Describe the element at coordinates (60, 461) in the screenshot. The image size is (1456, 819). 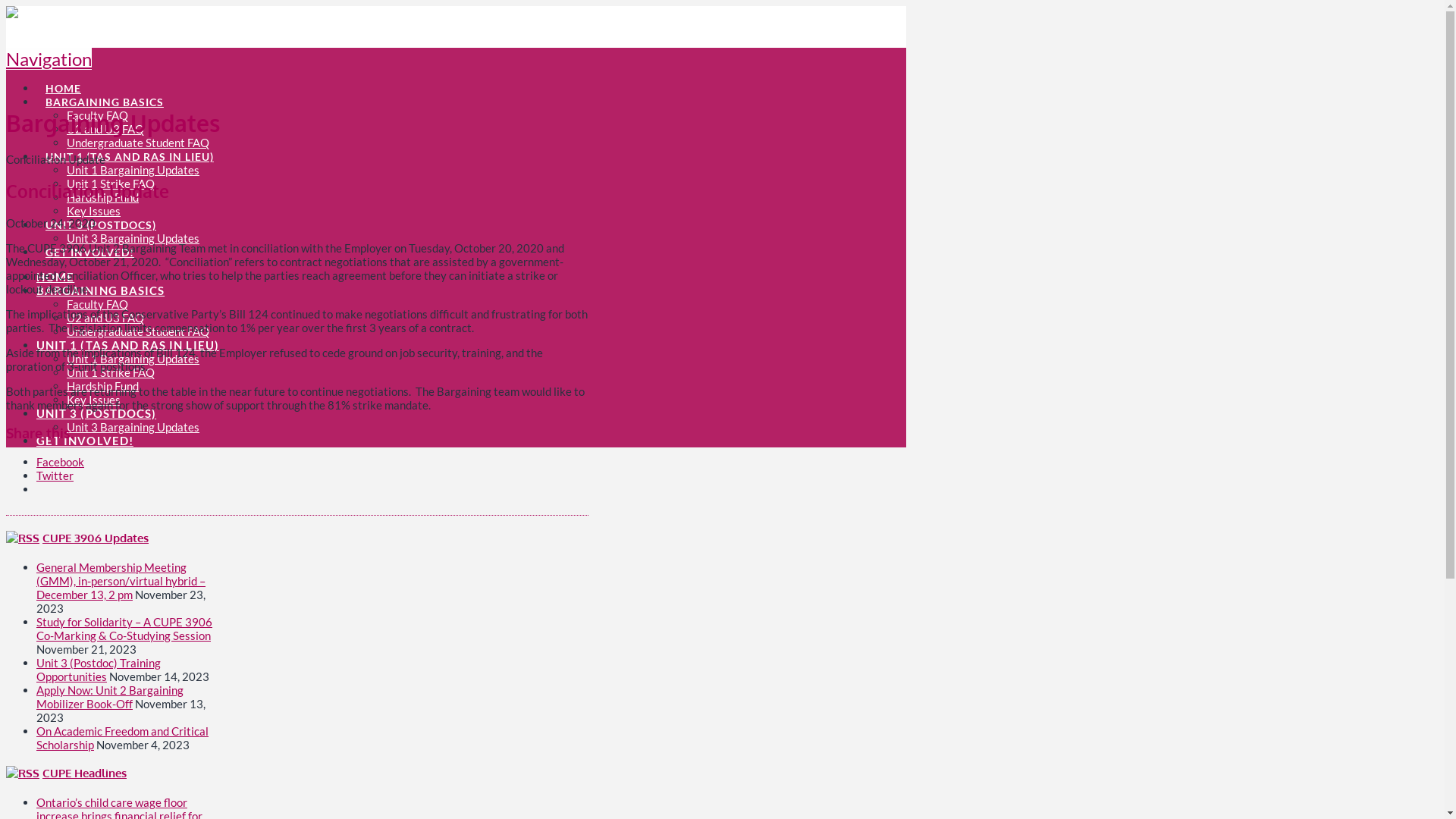
I see `'Facebook'` at that location.